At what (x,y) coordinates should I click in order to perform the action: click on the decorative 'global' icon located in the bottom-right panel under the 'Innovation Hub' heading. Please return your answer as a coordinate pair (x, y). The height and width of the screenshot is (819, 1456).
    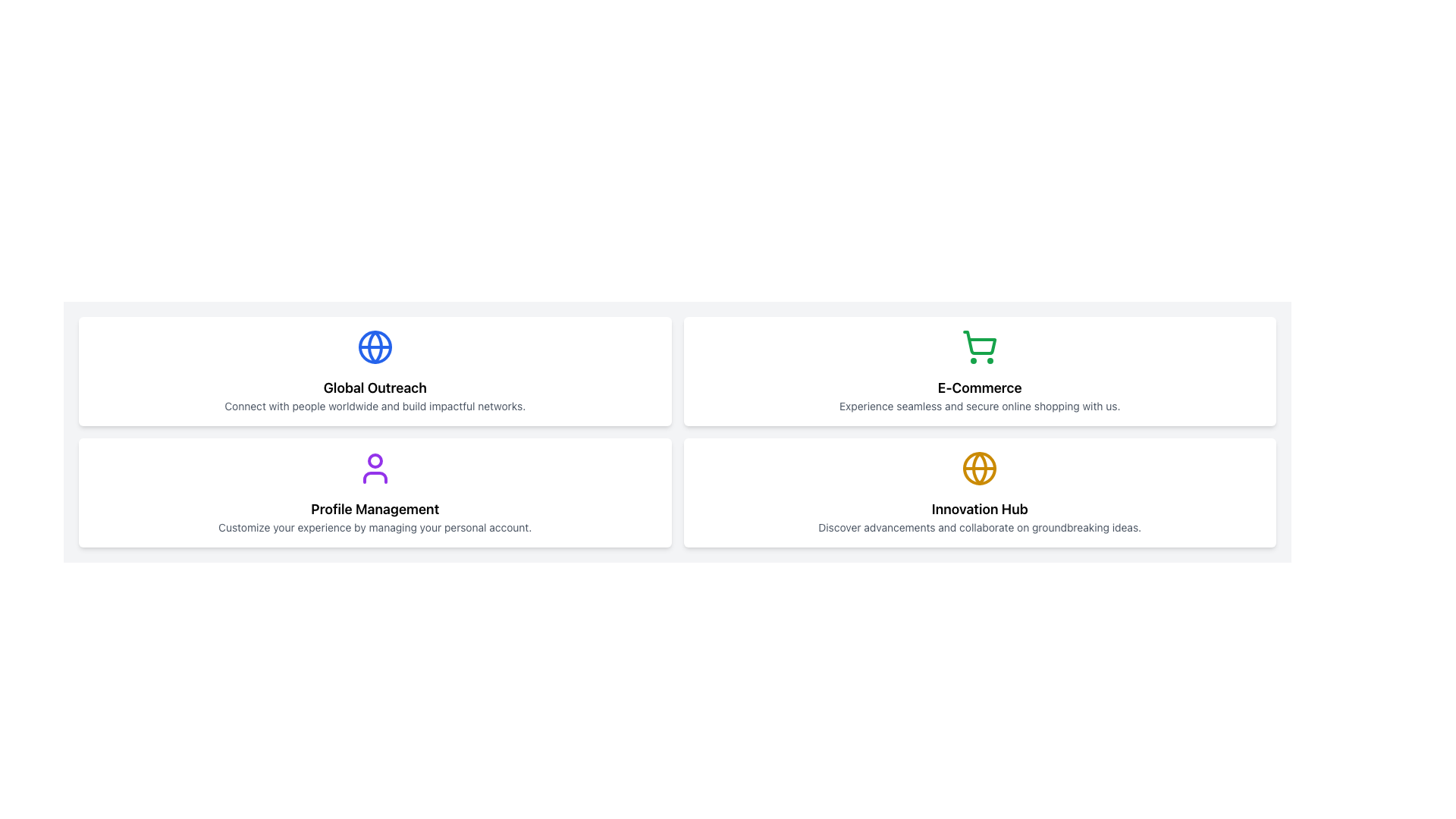
    Looking at the image, I should click on (980, 467).